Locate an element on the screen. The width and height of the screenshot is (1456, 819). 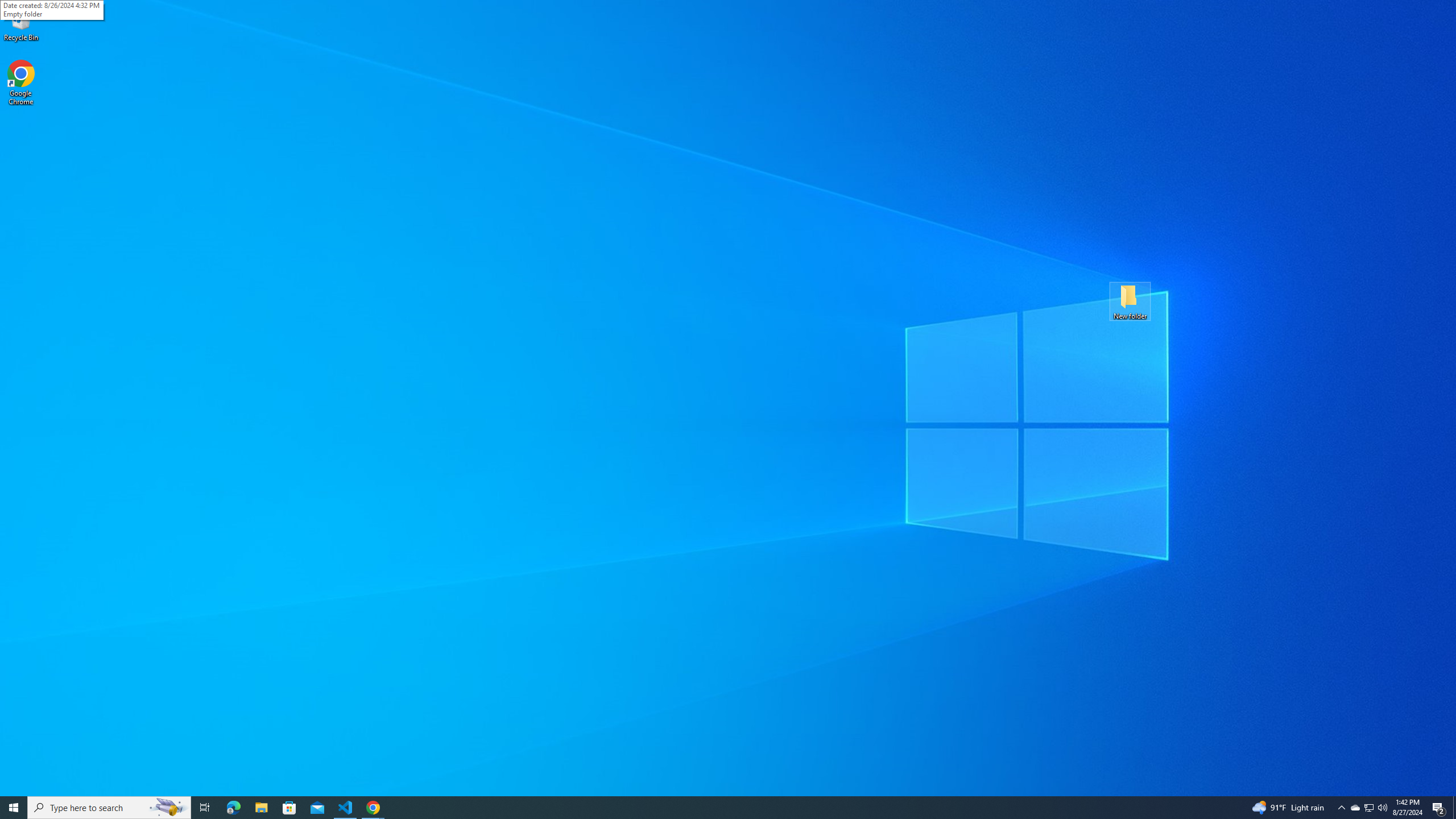
'Recycle Bin' is located at coordinates (20, 22).